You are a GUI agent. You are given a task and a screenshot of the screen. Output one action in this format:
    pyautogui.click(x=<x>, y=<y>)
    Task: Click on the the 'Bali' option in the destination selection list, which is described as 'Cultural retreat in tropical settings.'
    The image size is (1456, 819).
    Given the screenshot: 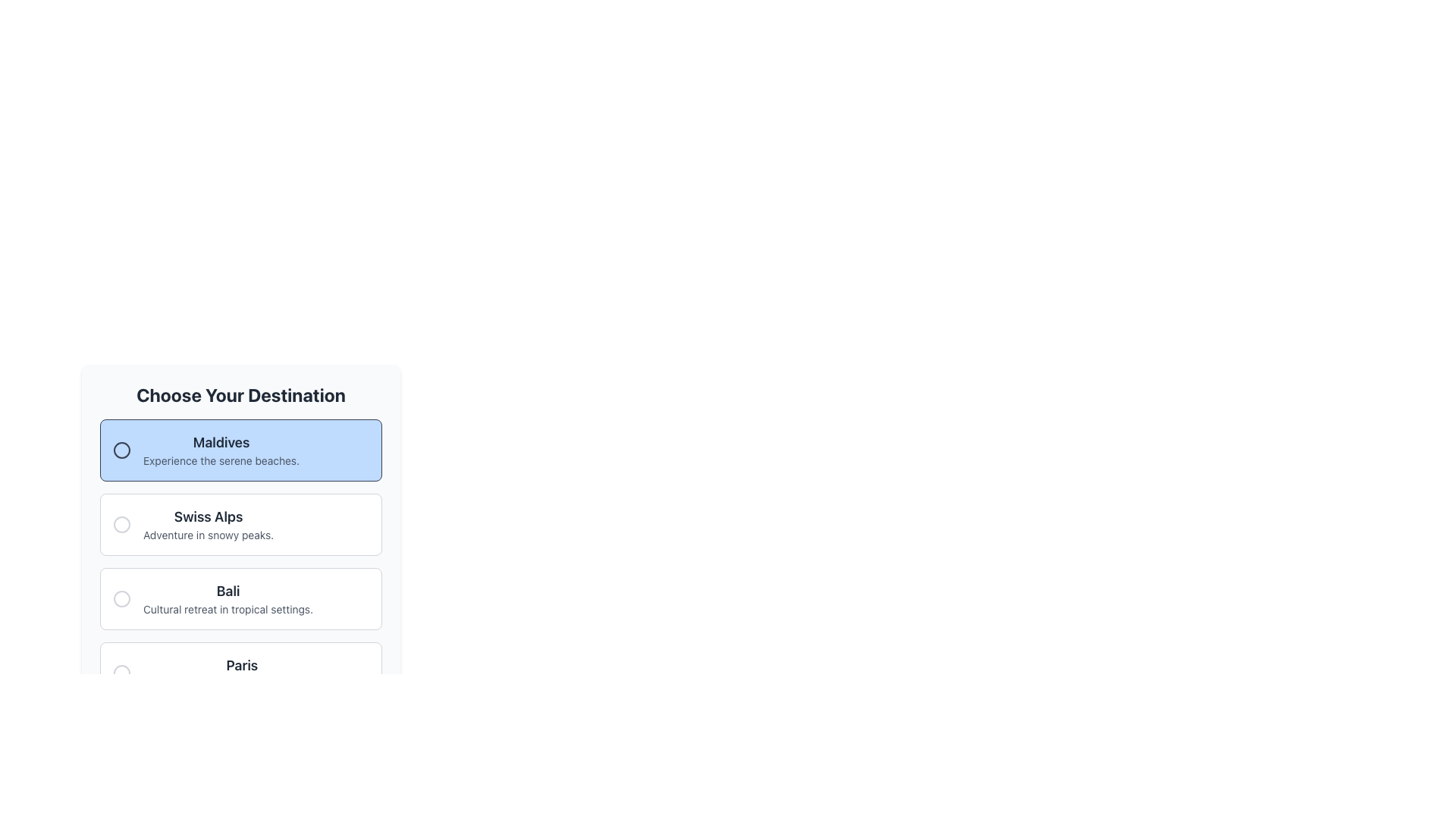 What is the action you would take?
    pyautogui.click(x=227, y=598)
    